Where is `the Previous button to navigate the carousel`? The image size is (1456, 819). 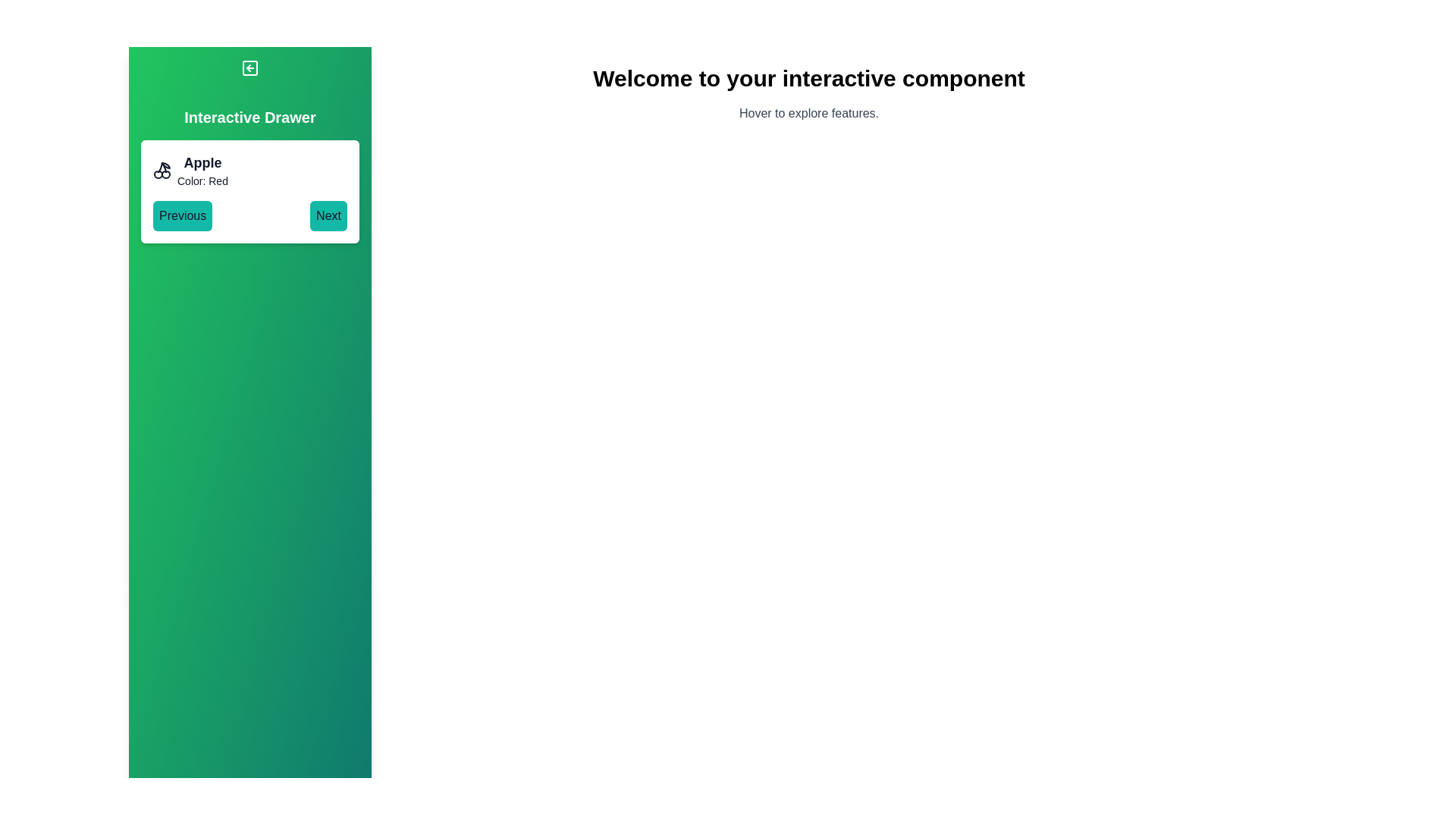
the Previous button to navigate the carousel is located at coordinates (182, 216).